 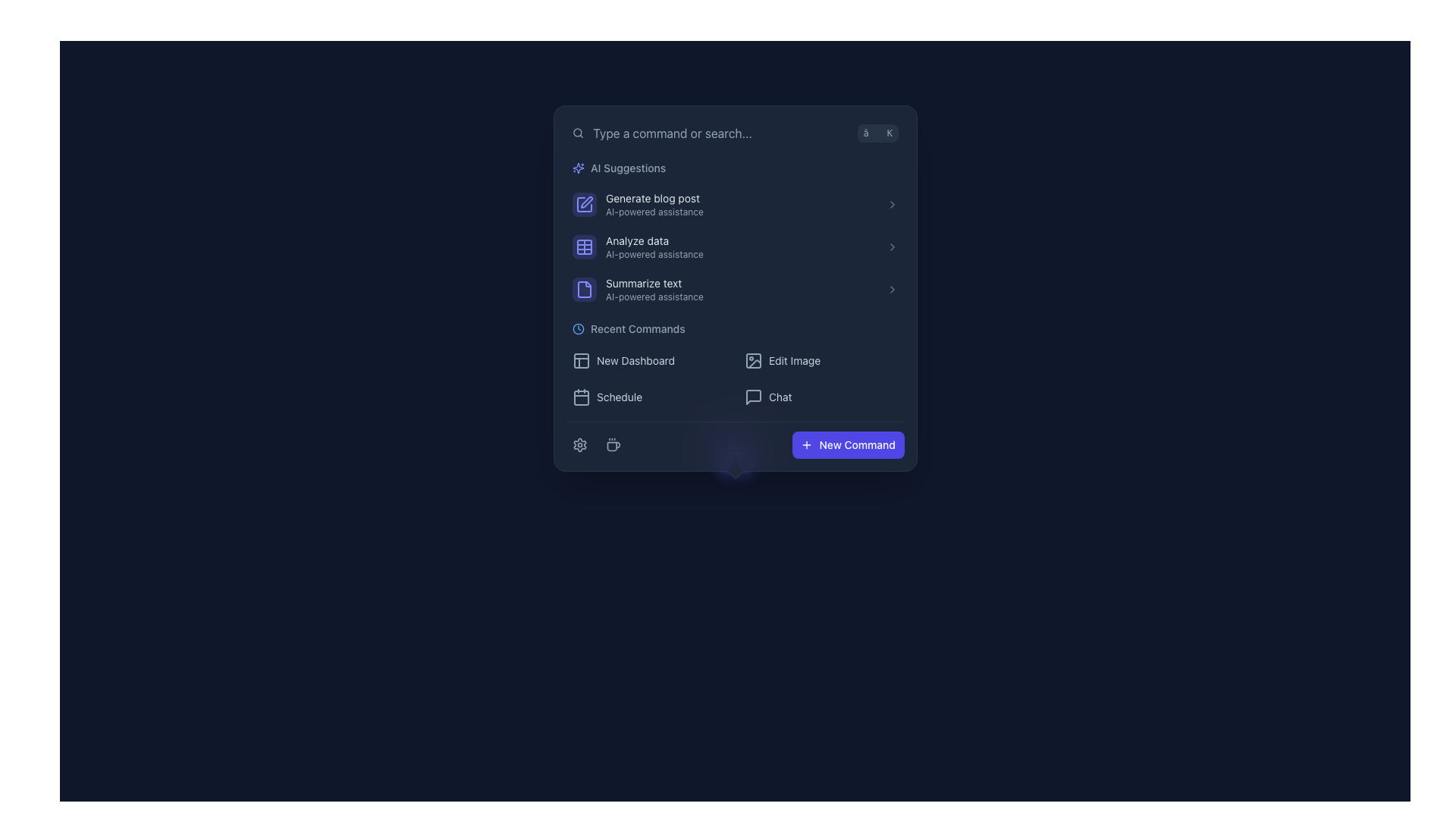 What do you see at coordinates (741, 212) in the screenshot?
I see `the text label displaying 'AI-powered assistance' located below 'Generate blog post' in the AI Suggestions list` at bounding box center [741, 212].